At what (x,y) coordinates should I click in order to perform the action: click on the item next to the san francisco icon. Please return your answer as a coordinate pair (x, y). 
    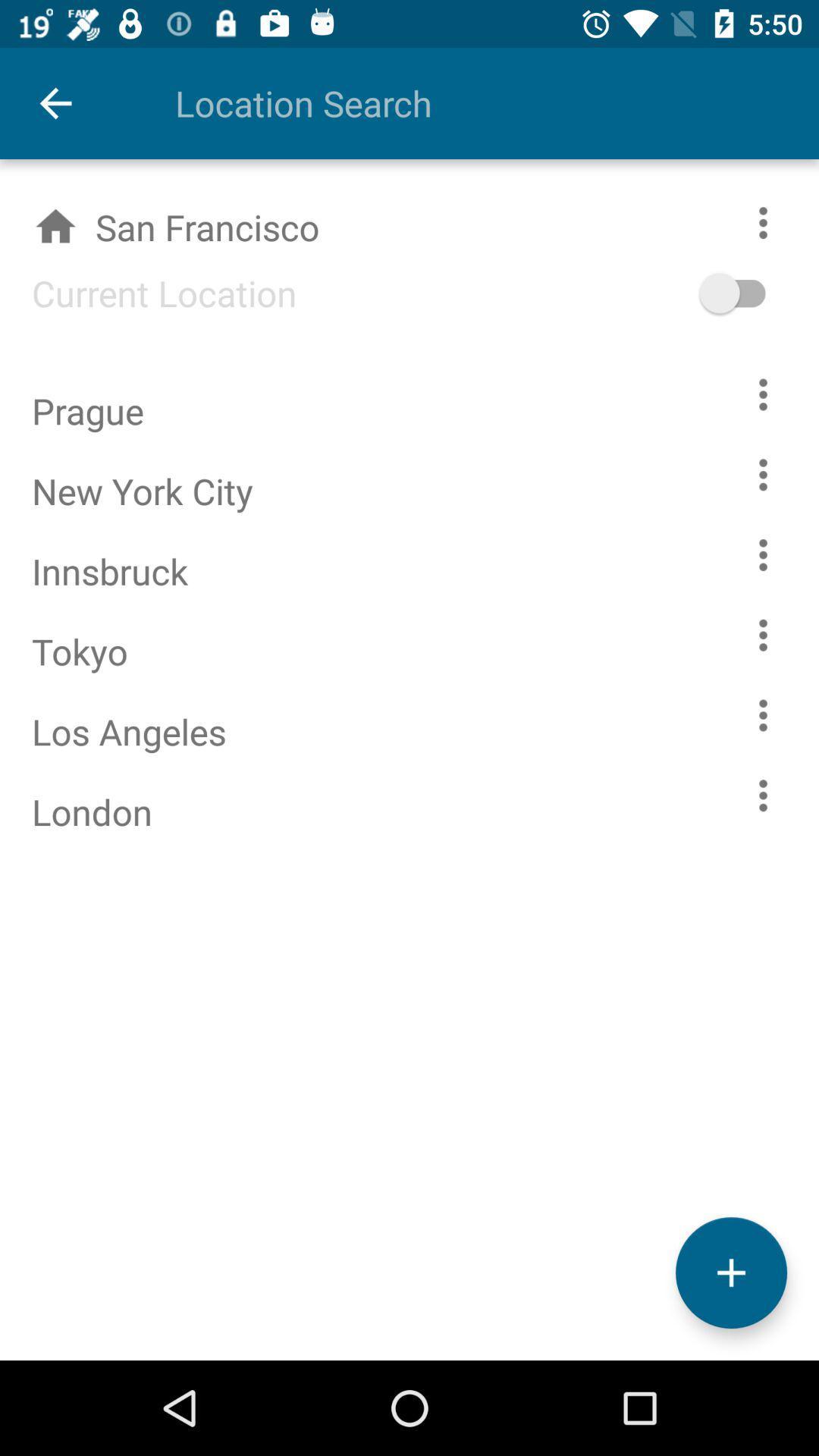
    Looking at the image, I should click on (755, 293).